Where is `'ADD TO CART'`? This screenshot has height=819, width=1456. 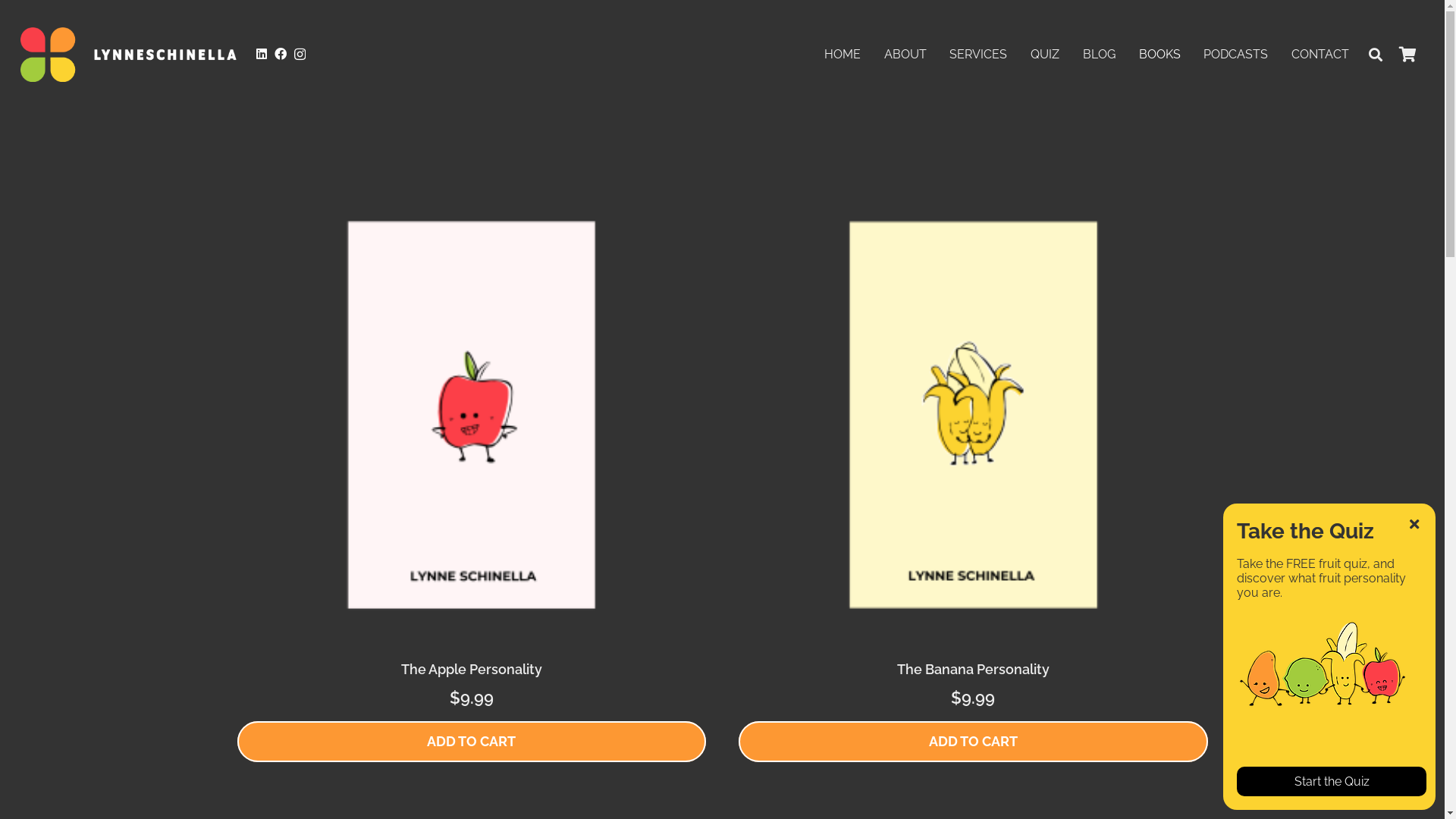
'ADD TO CART' is located at coordinates (469, 741).